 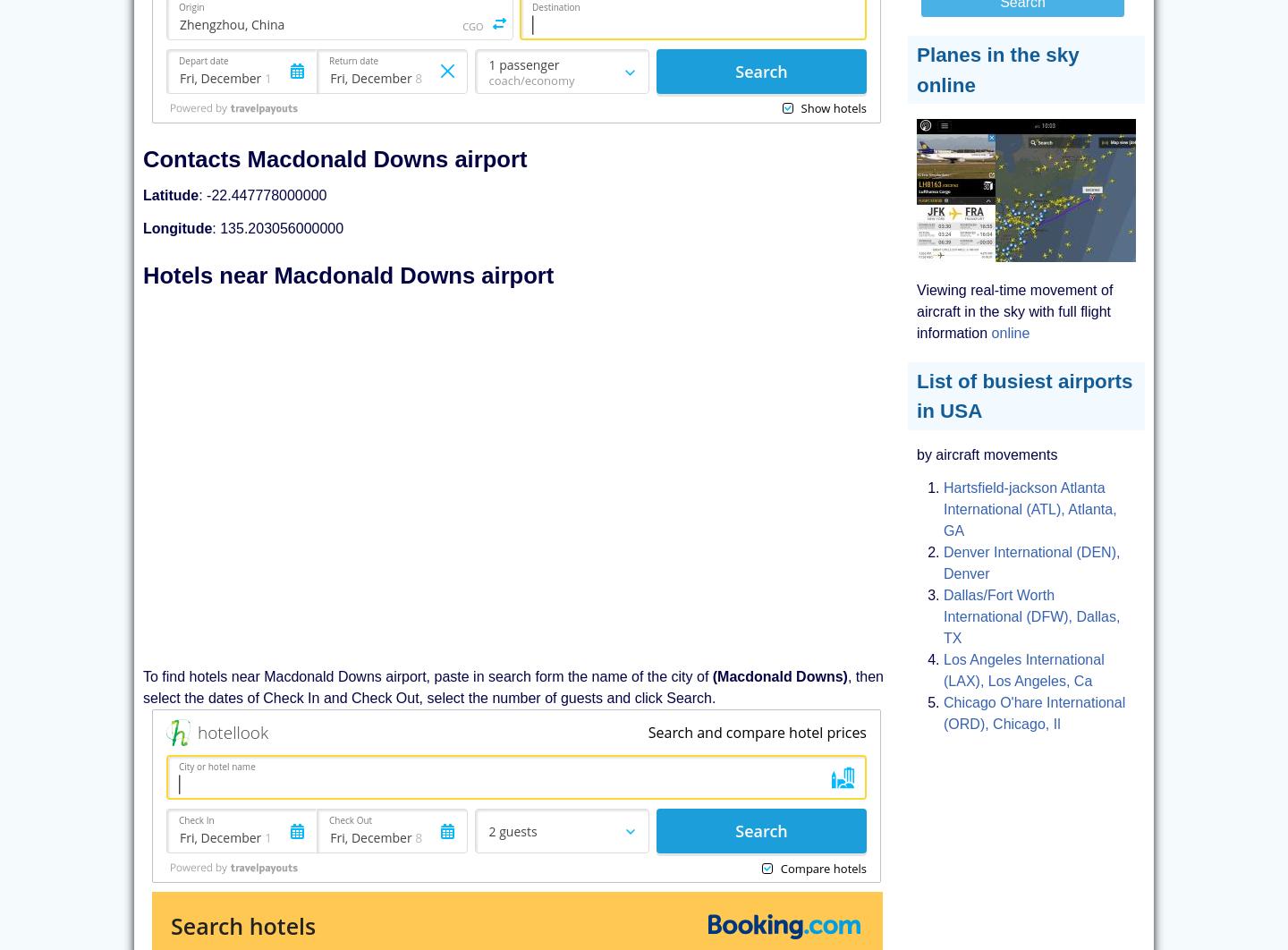 I want to click on 'CGO', so click(x=471, y=25).